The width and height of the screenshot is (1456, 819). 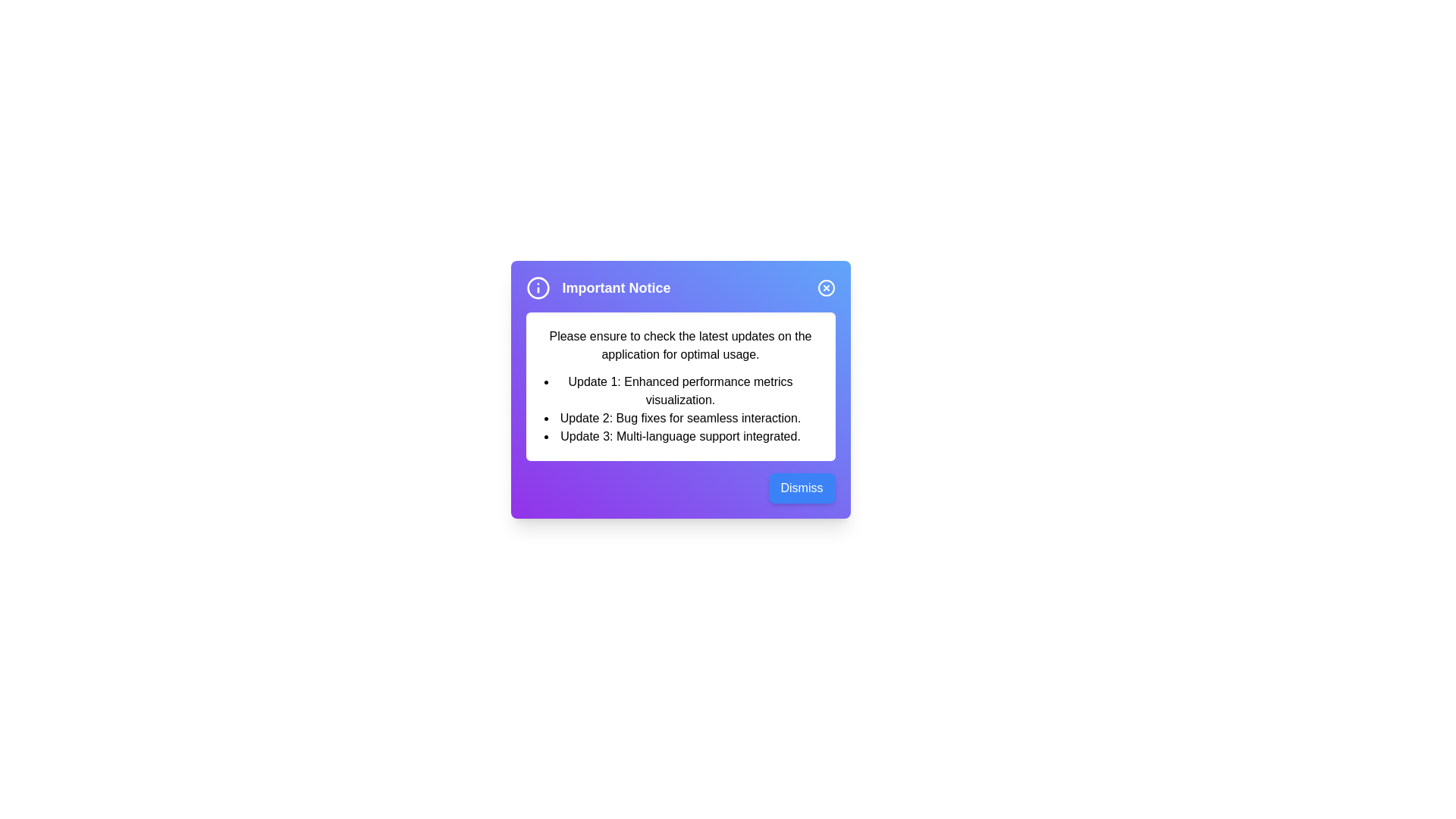 What do you see at coordinates (801, 488) in the screenshot?
I see `the 'Dismiss' button to view the hover effect` at bounding box center [801, 488].